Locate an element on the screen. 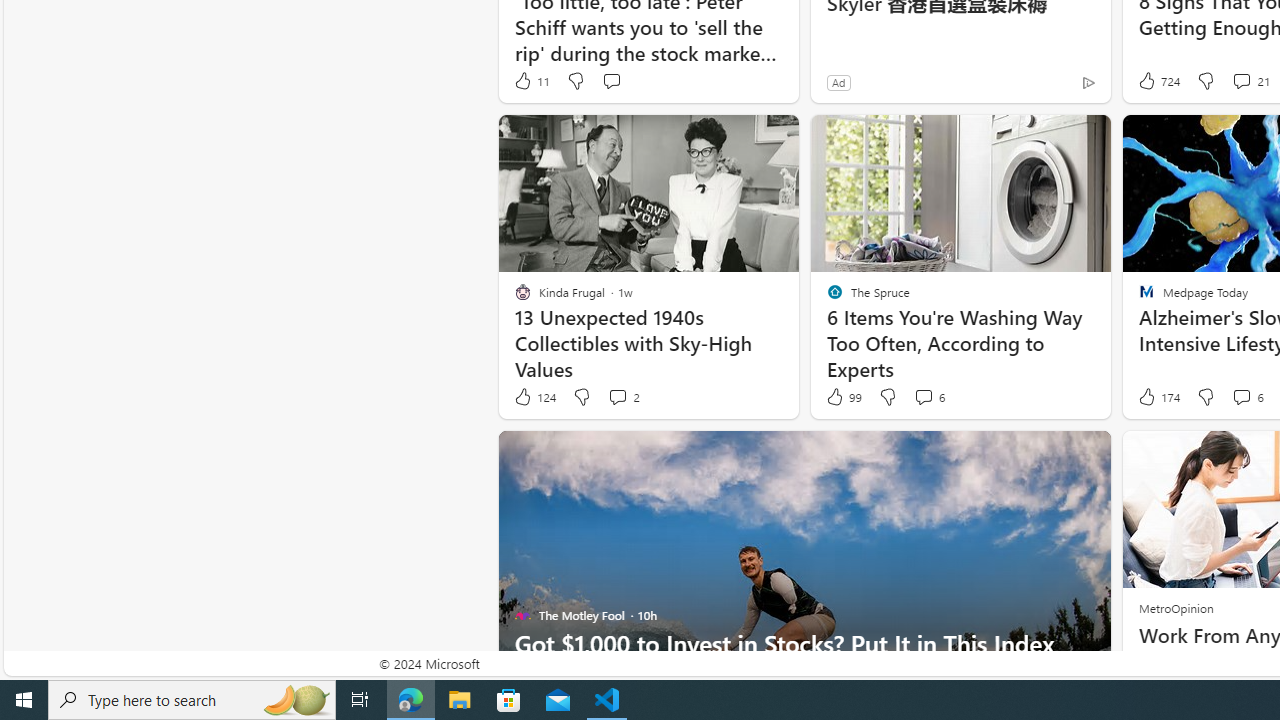 The image size is (1280, 720). 'View comments 21 Comment' is located at coordinates (1240, 80).